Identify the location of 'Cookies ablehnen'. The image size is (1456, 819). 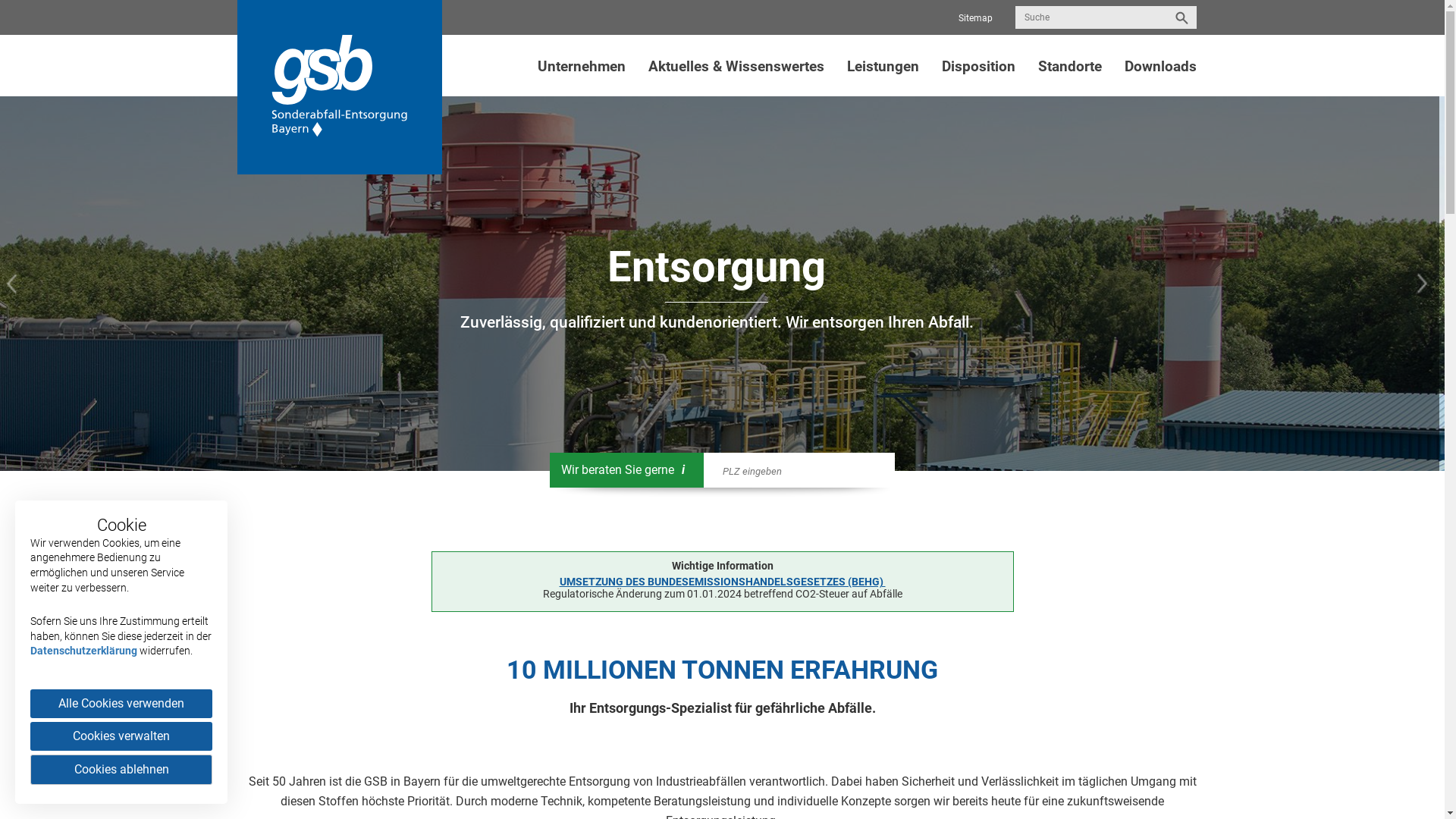
(120, 769).